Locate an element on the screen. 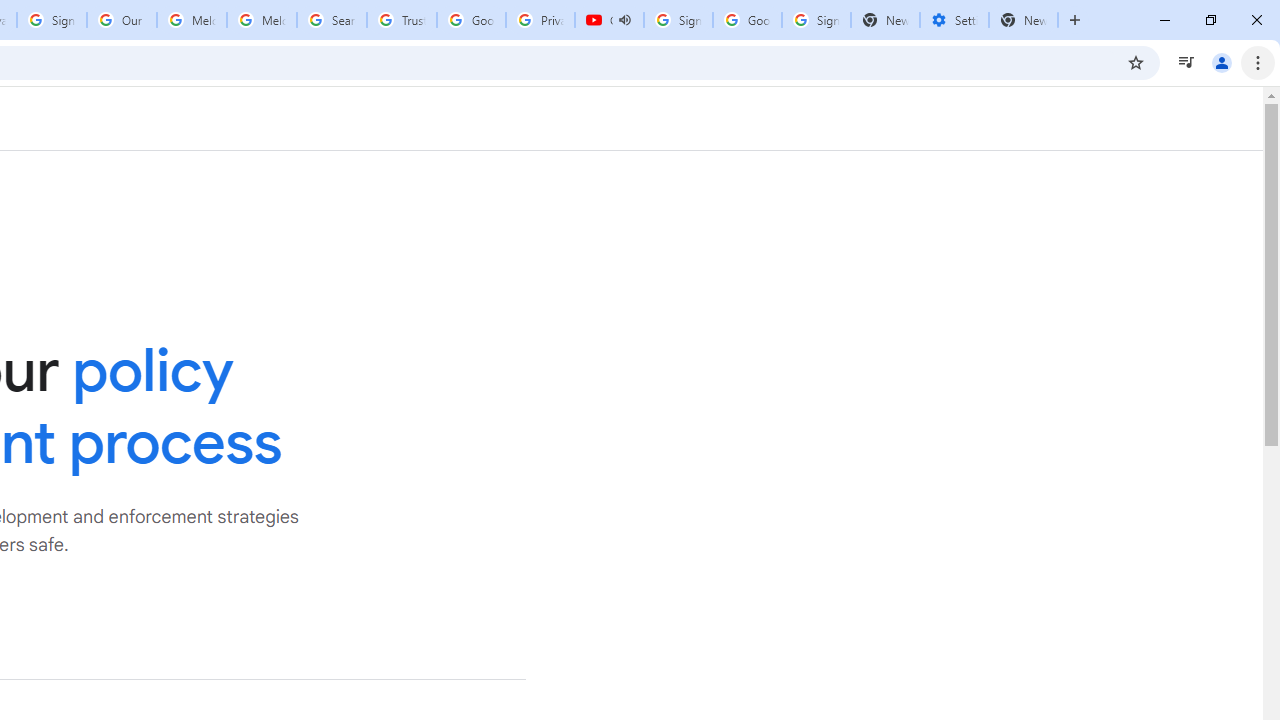 This screenshot has height=720, width=1280. 'Settings - Addresses and more' is located at coordinates (953, 20).